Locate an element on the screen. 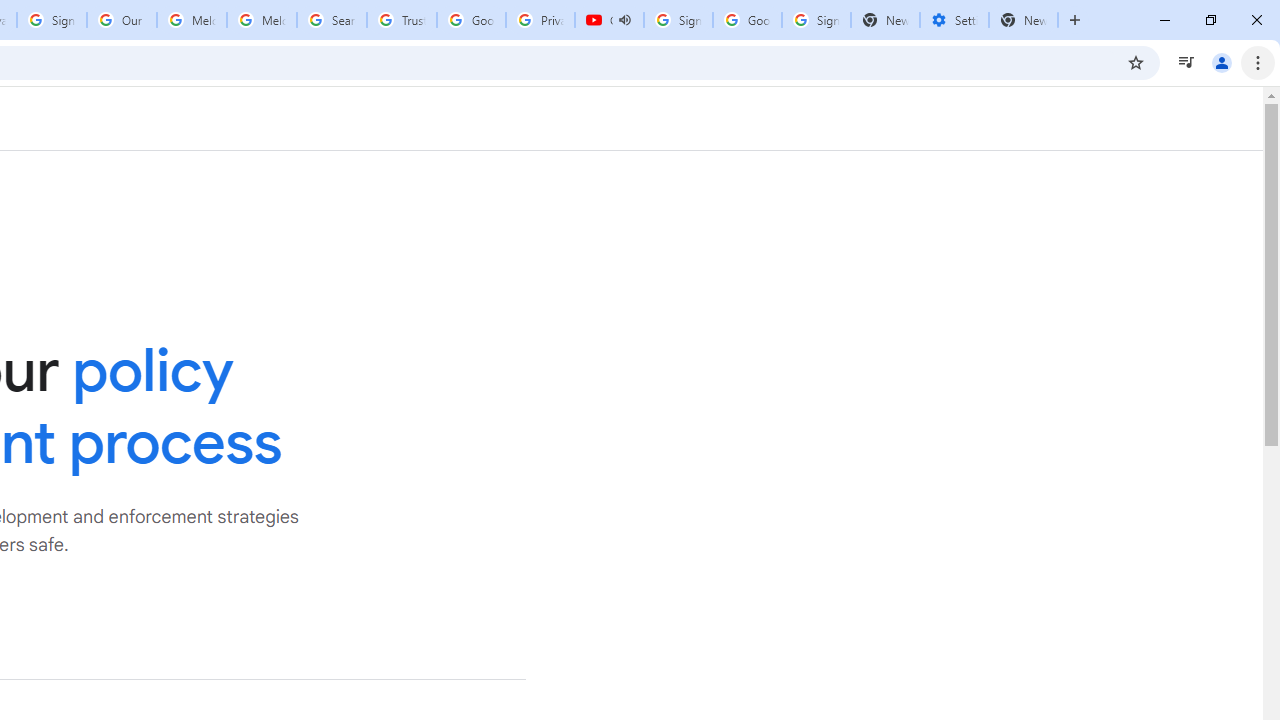 This screenshot has height=720, width=1280. 'Settings - Addresses and more' is located at coordinates (953, 20).